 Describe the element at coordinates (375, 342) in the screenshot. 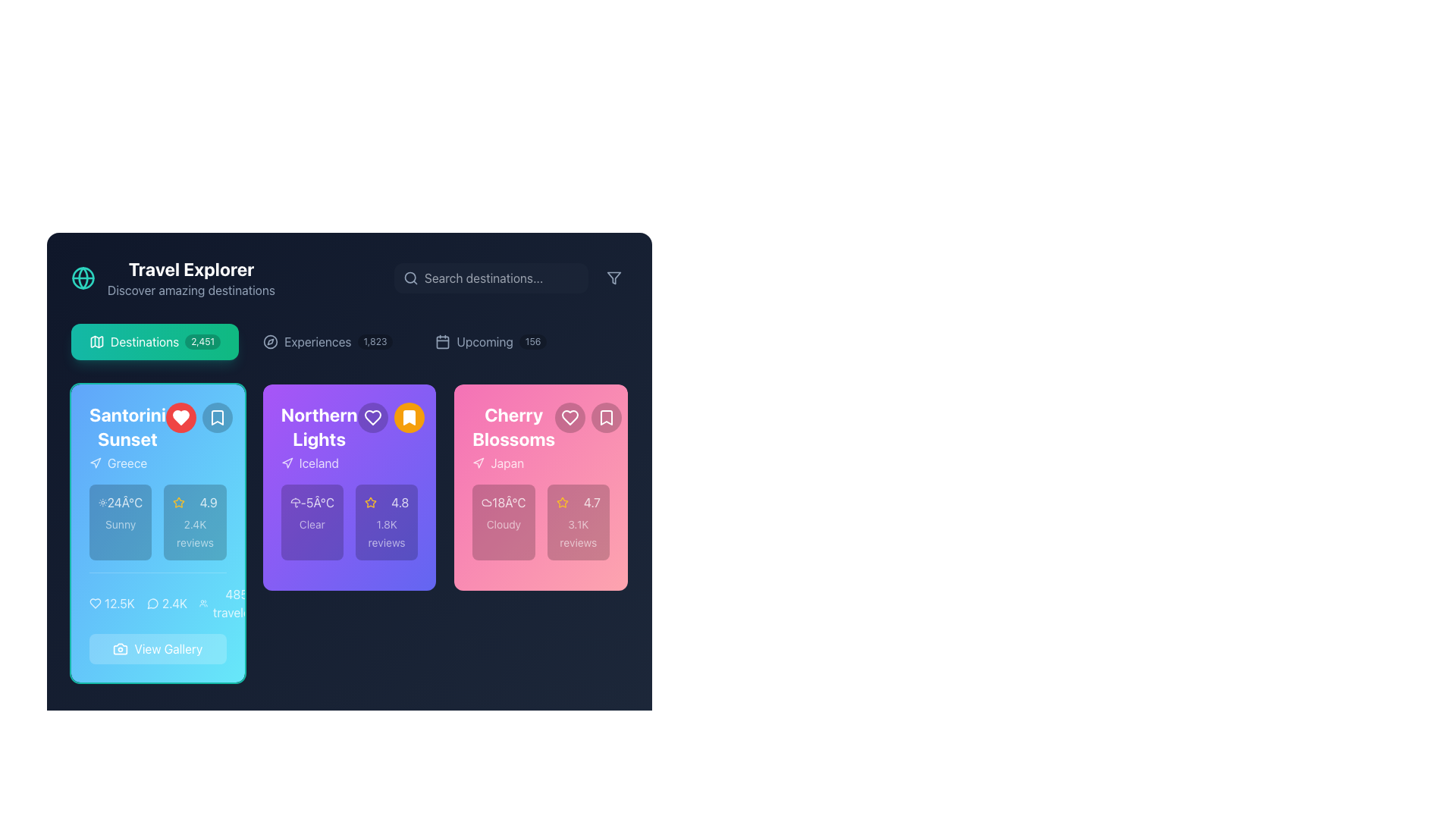

I see `the numeric badge displaying '1,823' located in the 'Experiences' section of the navigation area, positioned to the right of the text label 'Experiences'` at that location.